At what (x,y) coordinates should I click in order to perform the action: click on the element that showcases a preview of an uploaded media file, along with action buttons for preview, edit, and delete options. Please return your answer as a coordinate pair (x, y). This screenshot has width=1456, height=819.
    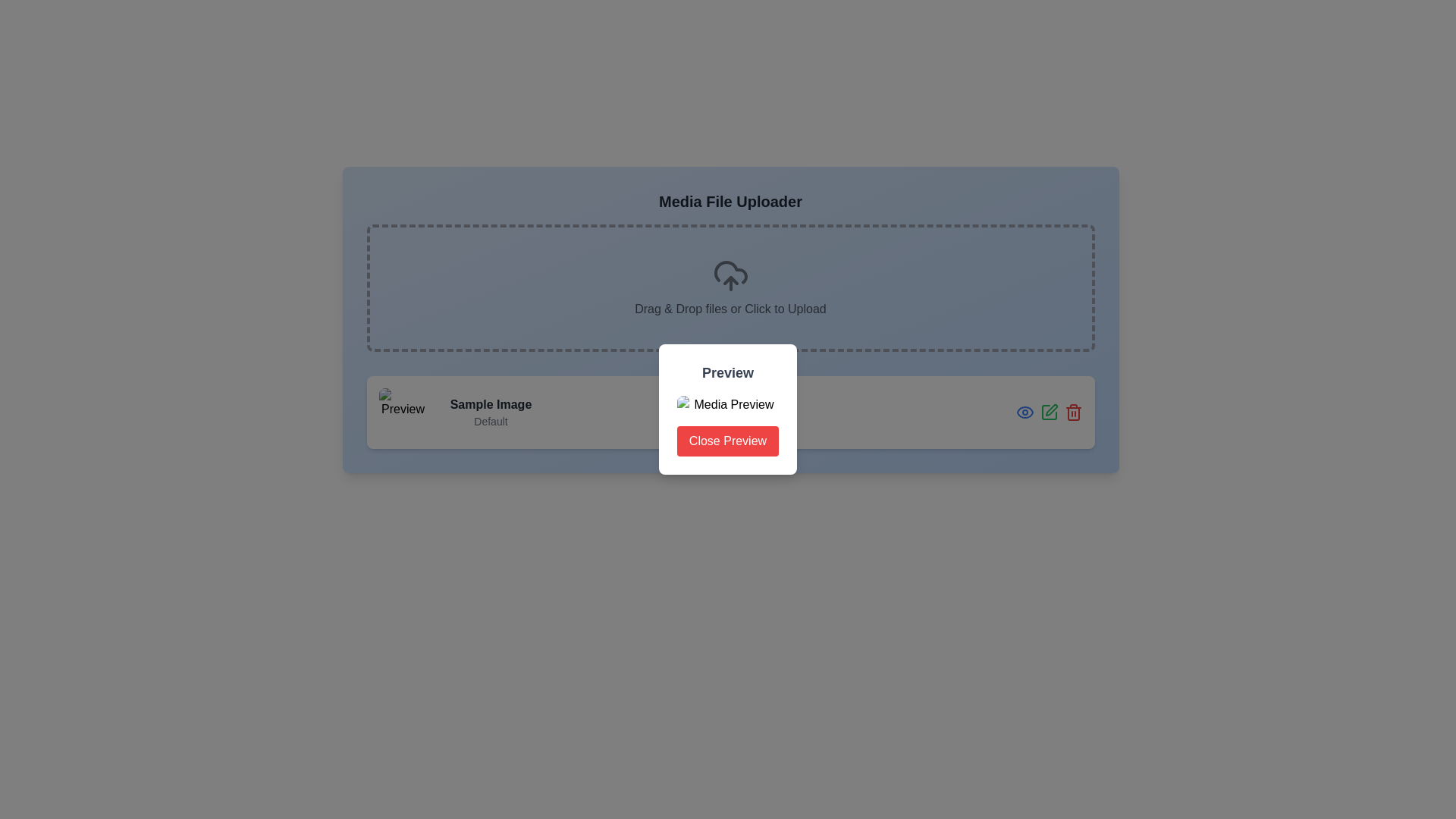
    Looking at the image, I should click on (730, 412).